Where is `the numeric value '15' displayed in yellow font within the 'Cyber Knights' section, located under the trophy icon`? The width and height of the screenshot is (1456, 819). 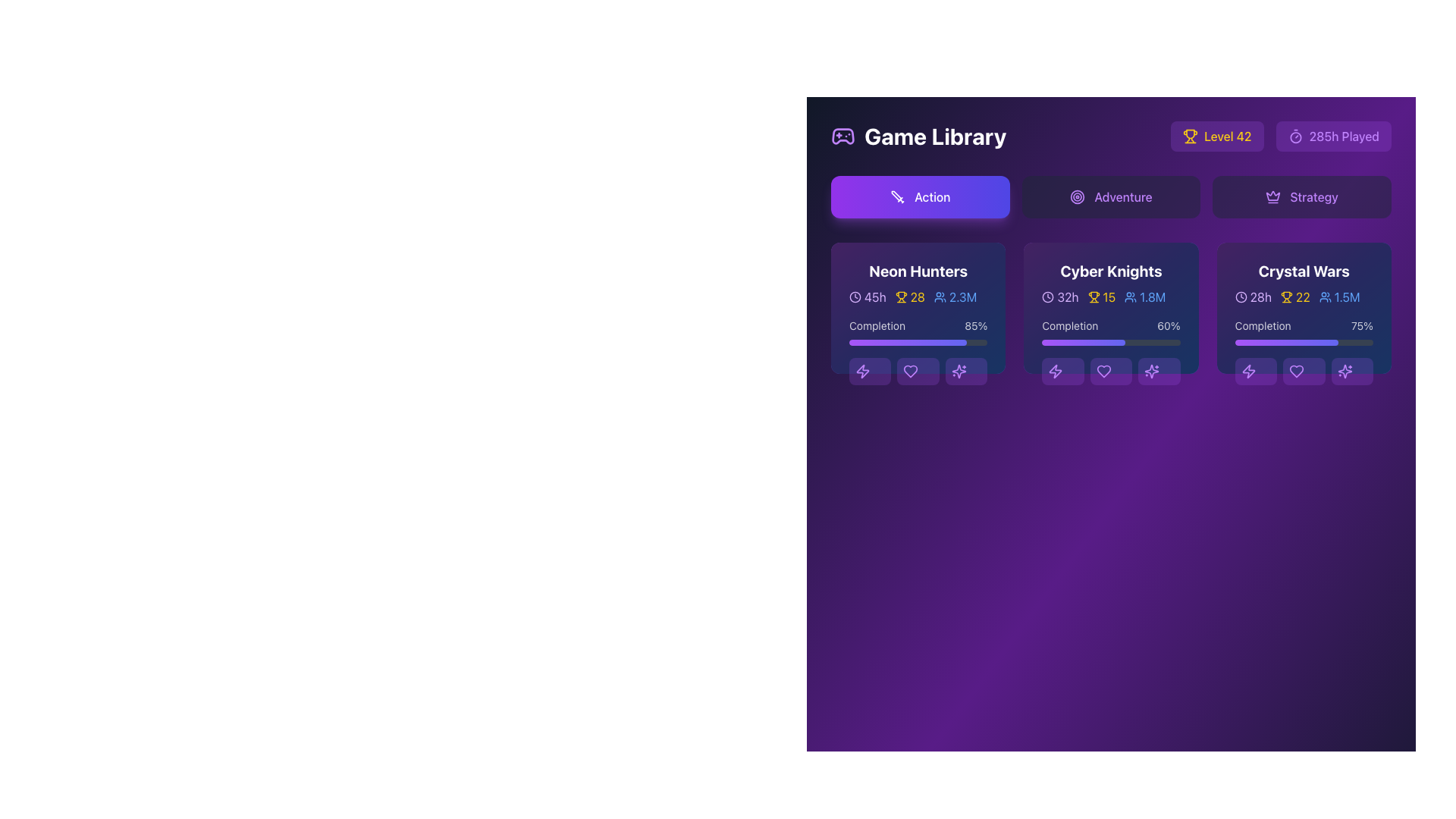 the numeric value '15' displayed in yellow font within the 'Cyber Knights' section, located under the trophy icon is located at coordinates (1109, 297).